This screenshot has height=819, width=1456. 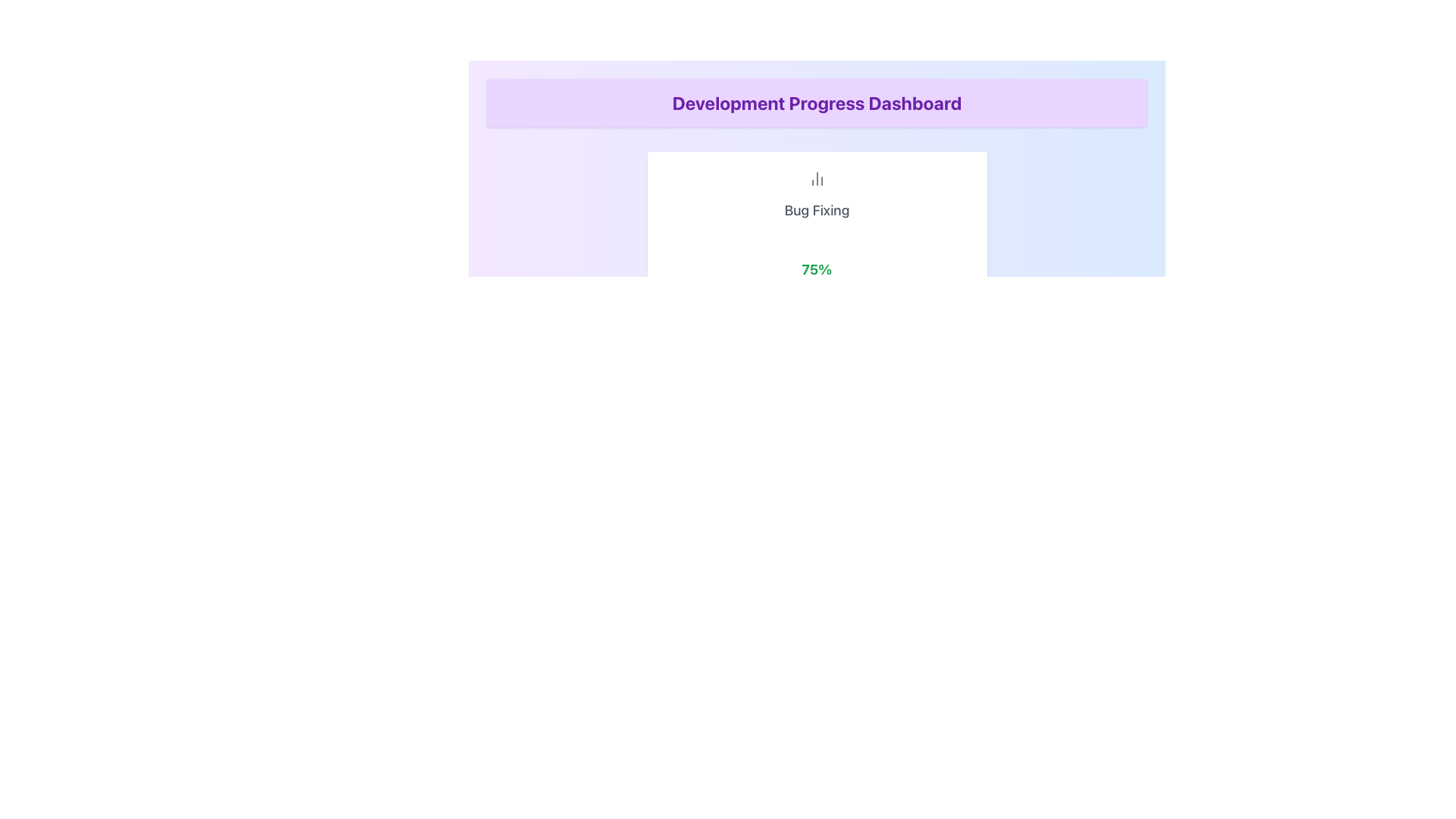 What do you see at coordinates (816, 210) in the screenshot?
I see `the text component displaying 'Bug Fixing' which is centrally aligned and positioned below the icon and above the '75%' display` at bounding box center [816, 210].